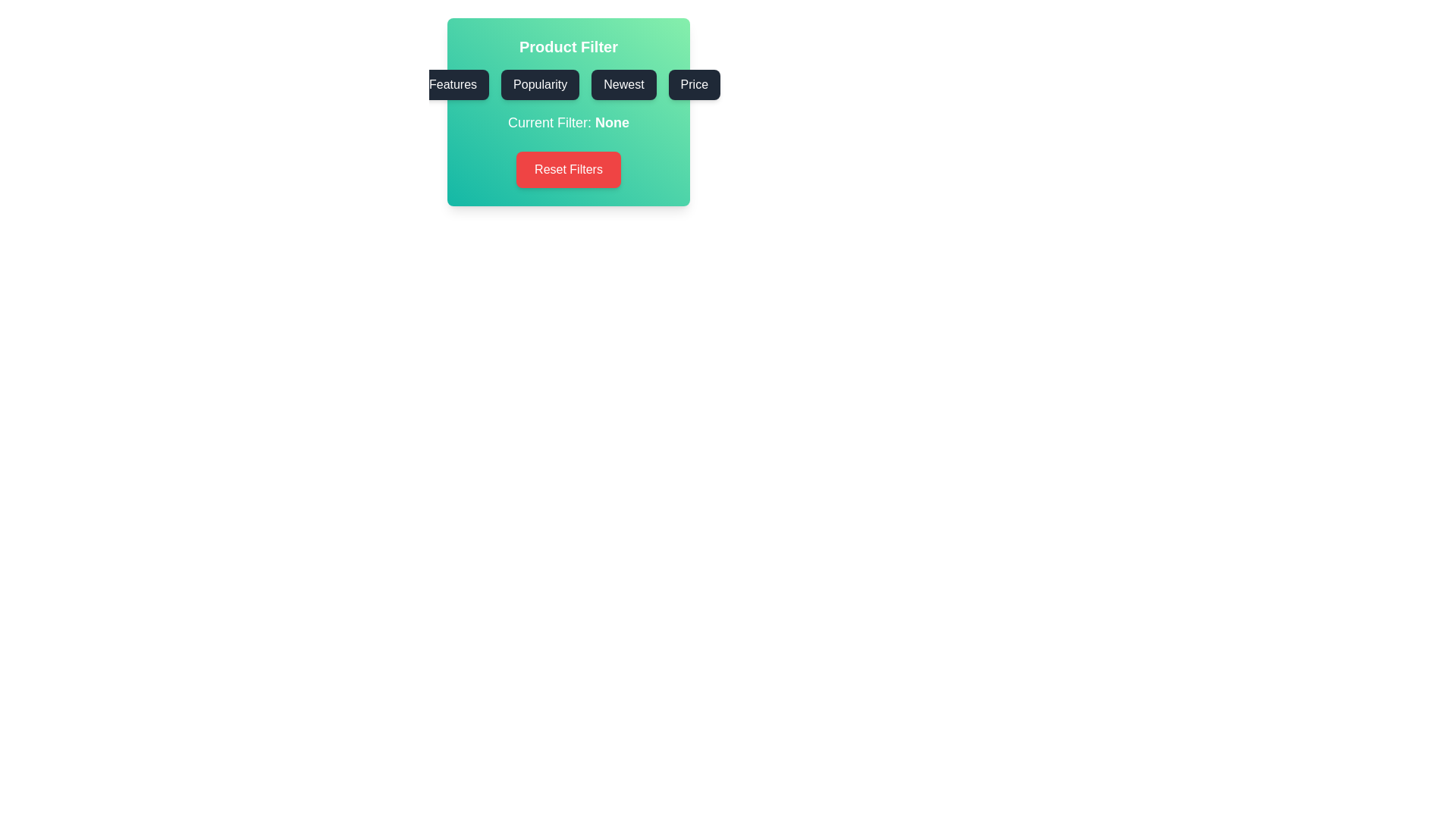 The image size is (1456, 819). Describe the element at coordinates (623, 84) in the screenshot. I see `the Newest button to select the corresponding filter` at that location.